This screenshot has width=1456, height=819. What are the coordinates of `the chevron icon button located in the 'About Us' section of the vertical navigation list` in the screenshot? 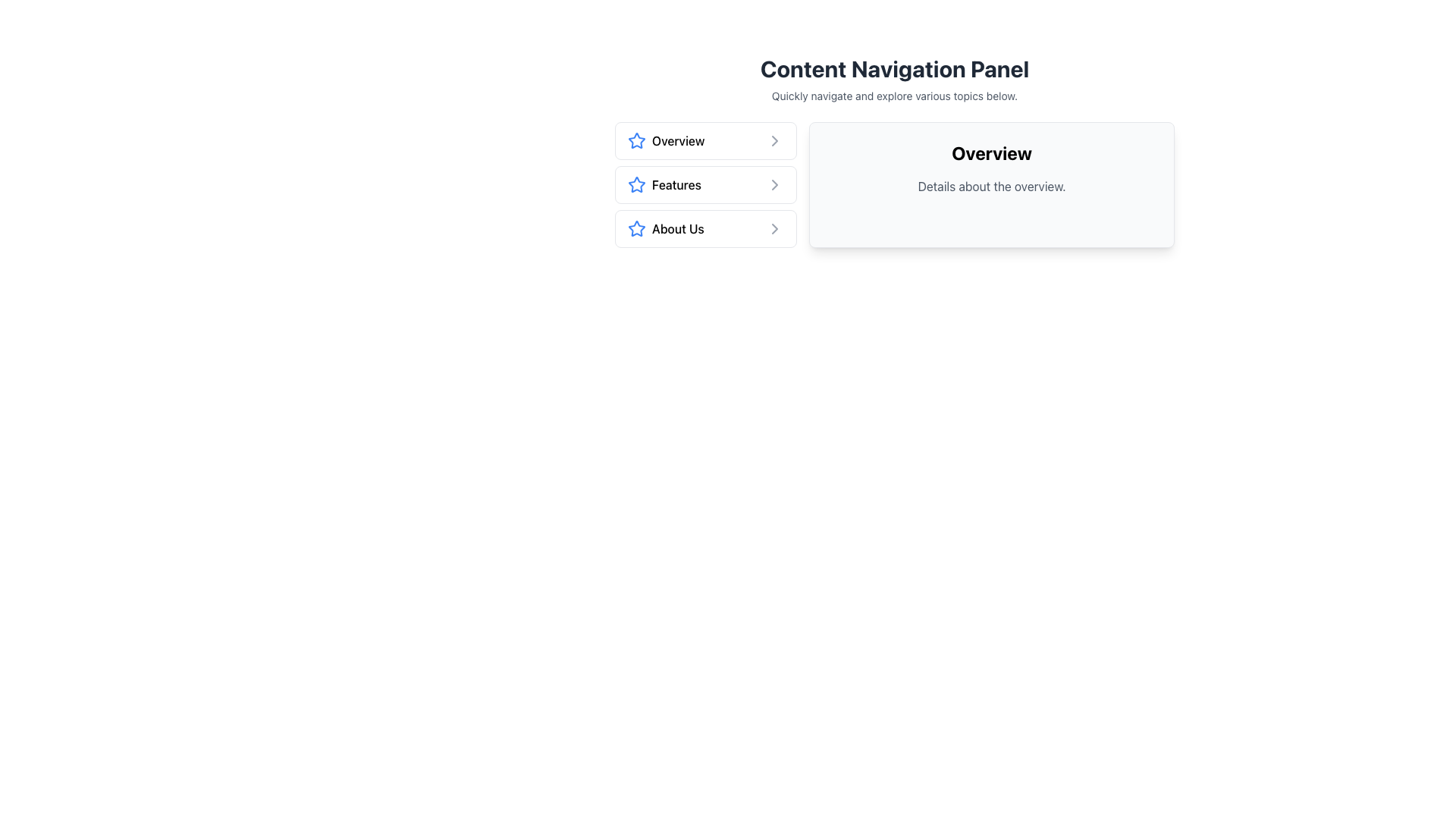 It's located at (775, 228).